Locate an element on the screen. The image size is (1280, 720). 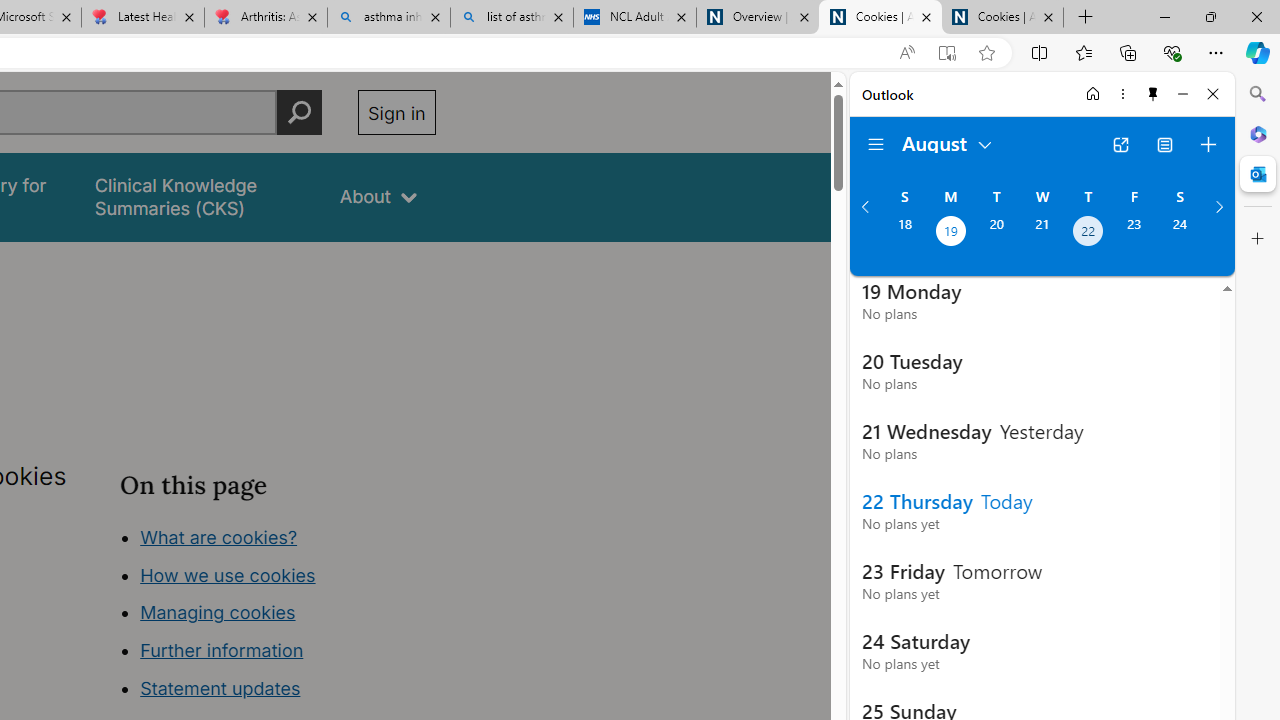
'Monday, August 19, 2024. Date selected. ' is located at coordinates (949, 232).